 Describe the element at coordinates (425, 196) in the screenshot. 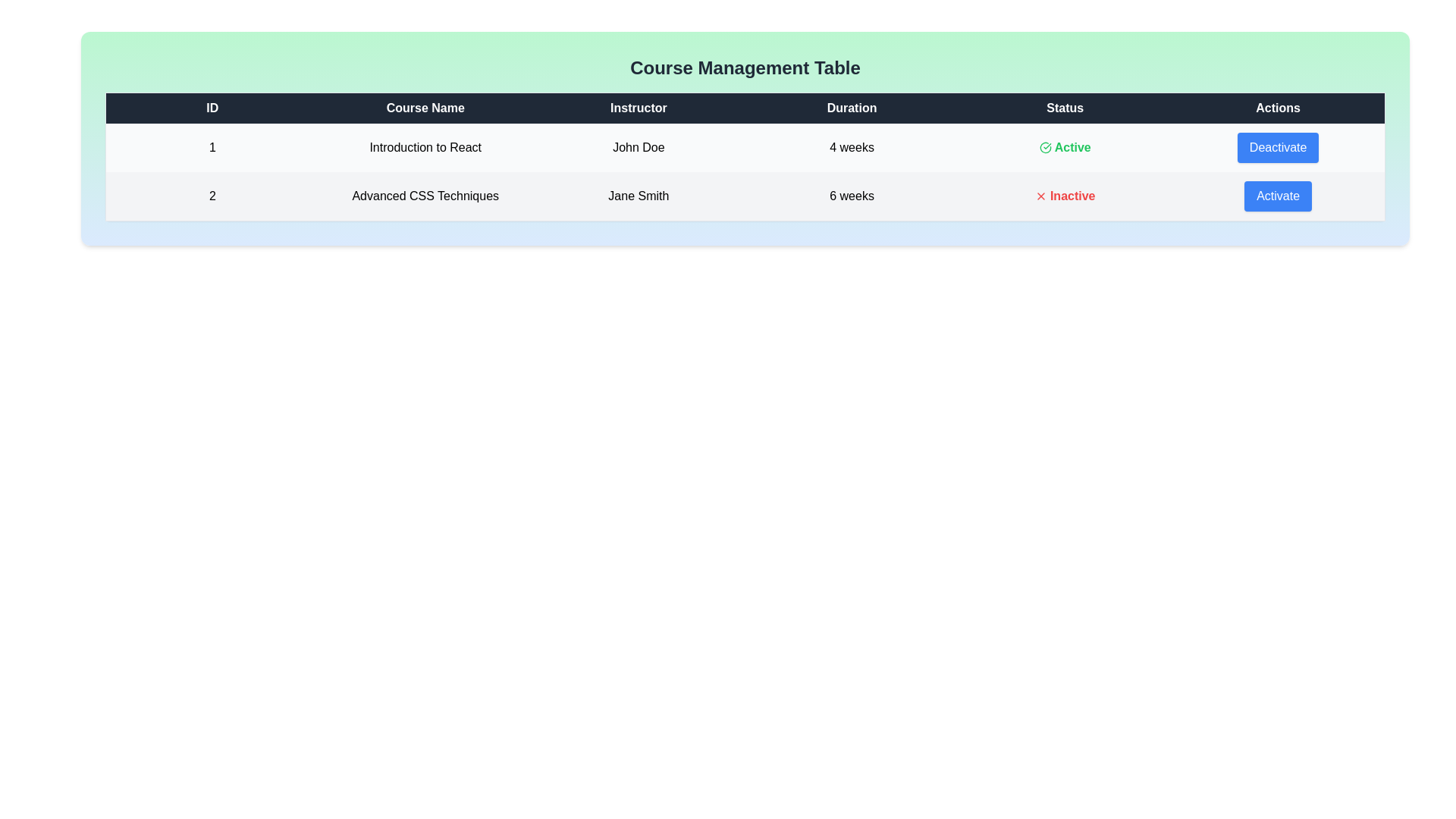

I see `the static text label representing the course name located in the second row of the course management table, positioned between the 'ID' column and the column displaying 'Jane Smith'` at that location.